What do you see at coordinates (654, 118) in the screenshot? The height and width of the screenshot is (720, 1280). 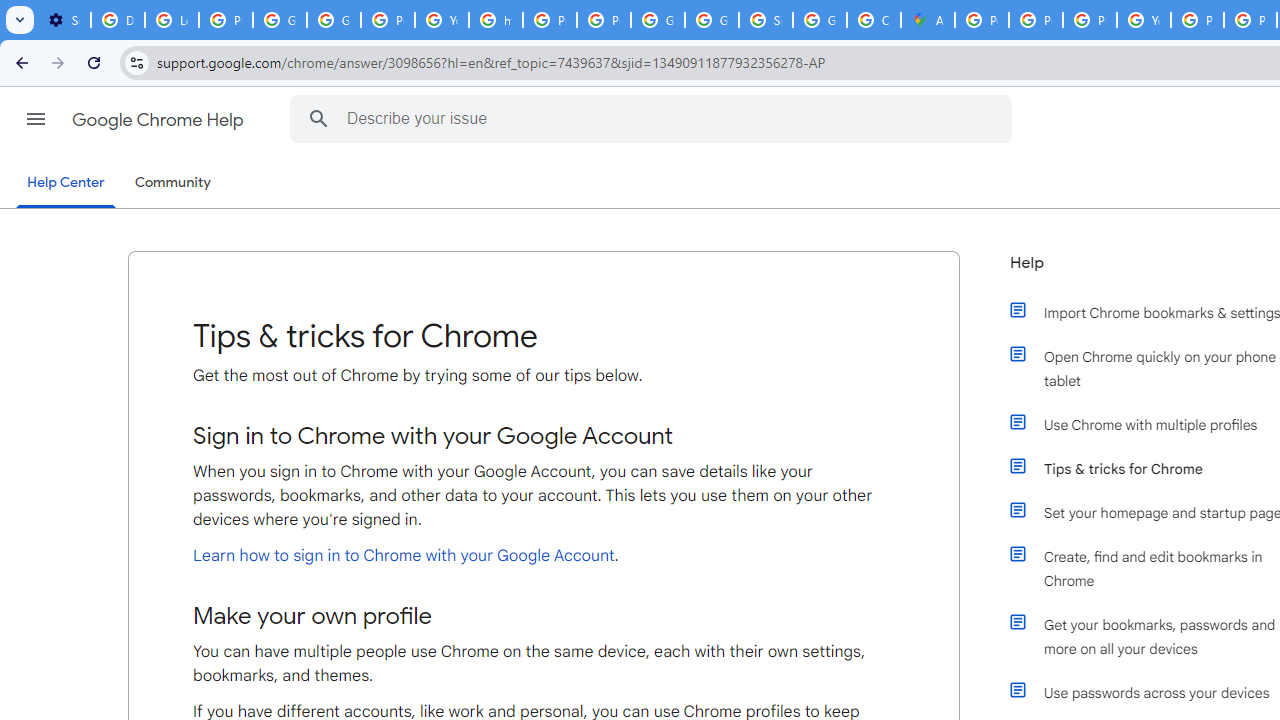 I see `'Describe your issue'` at bounding box center [654, 118].